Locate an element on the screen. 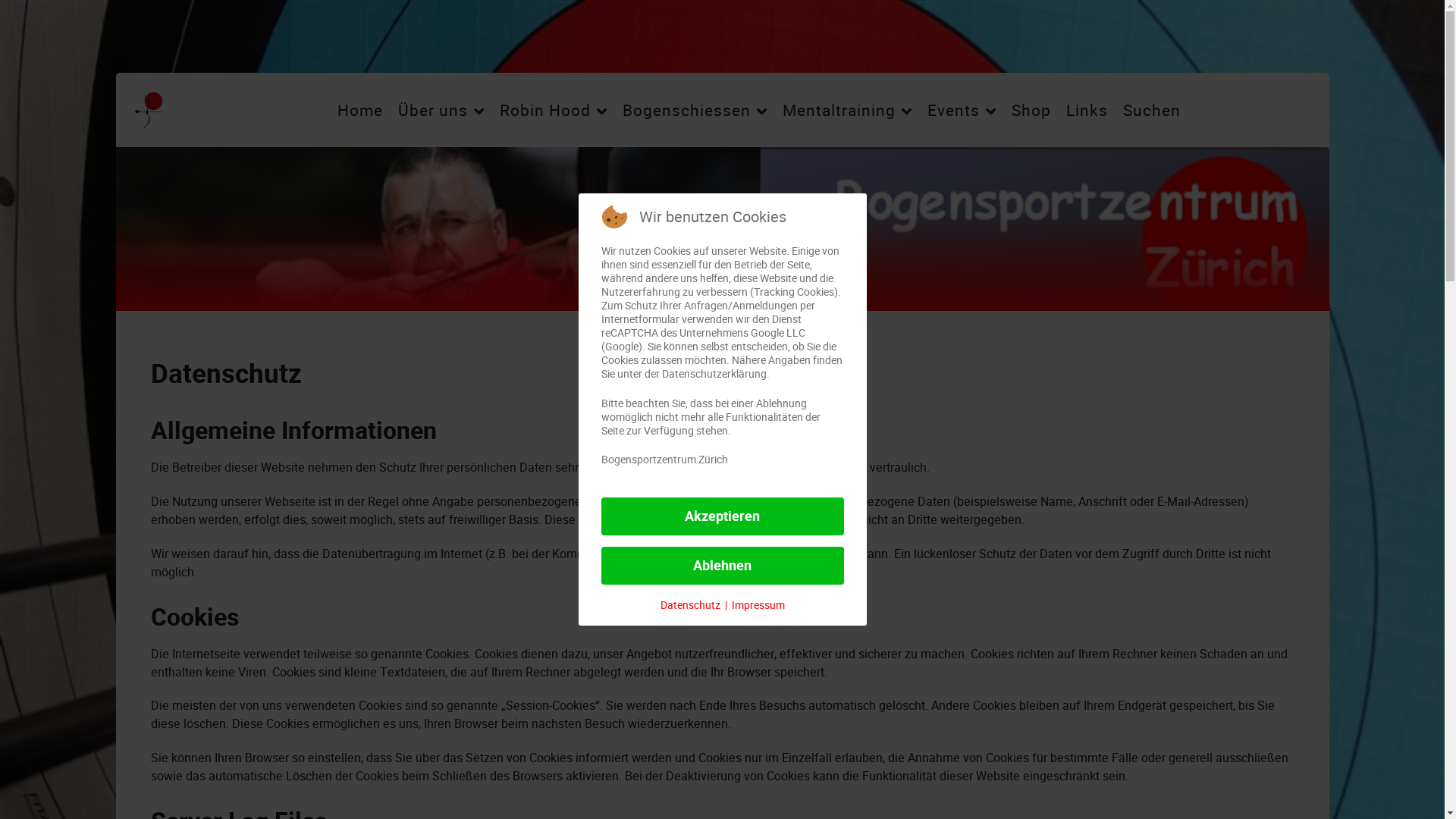 This screenshot has width=1456, height=819. 'Events' is located at coordinates (961, 109).